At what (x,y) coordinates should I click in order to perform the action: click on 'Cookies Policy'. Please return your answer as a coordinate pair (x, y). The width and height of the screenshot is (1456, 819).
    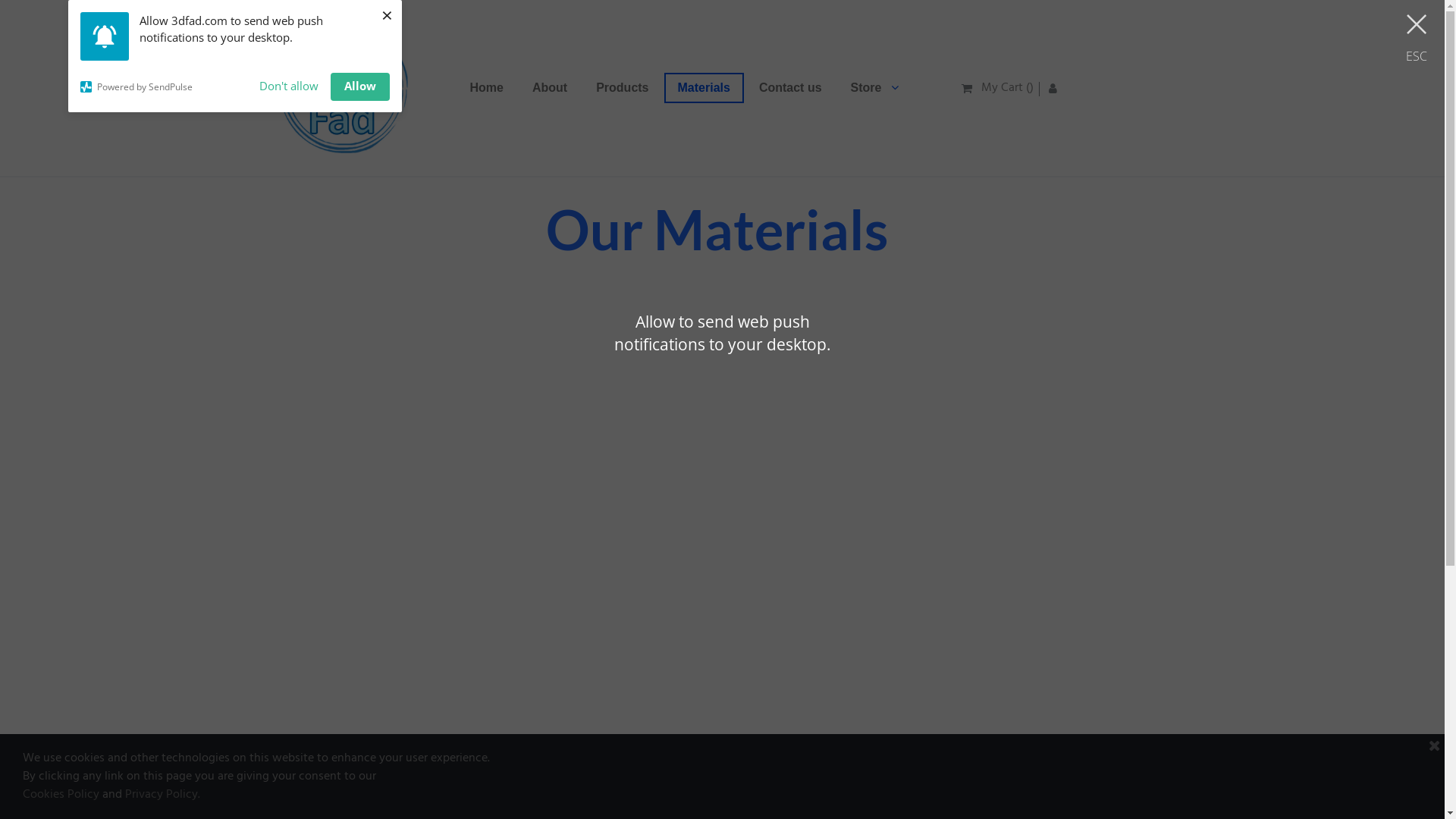
    Looking at the image, I should click on (61, 794).